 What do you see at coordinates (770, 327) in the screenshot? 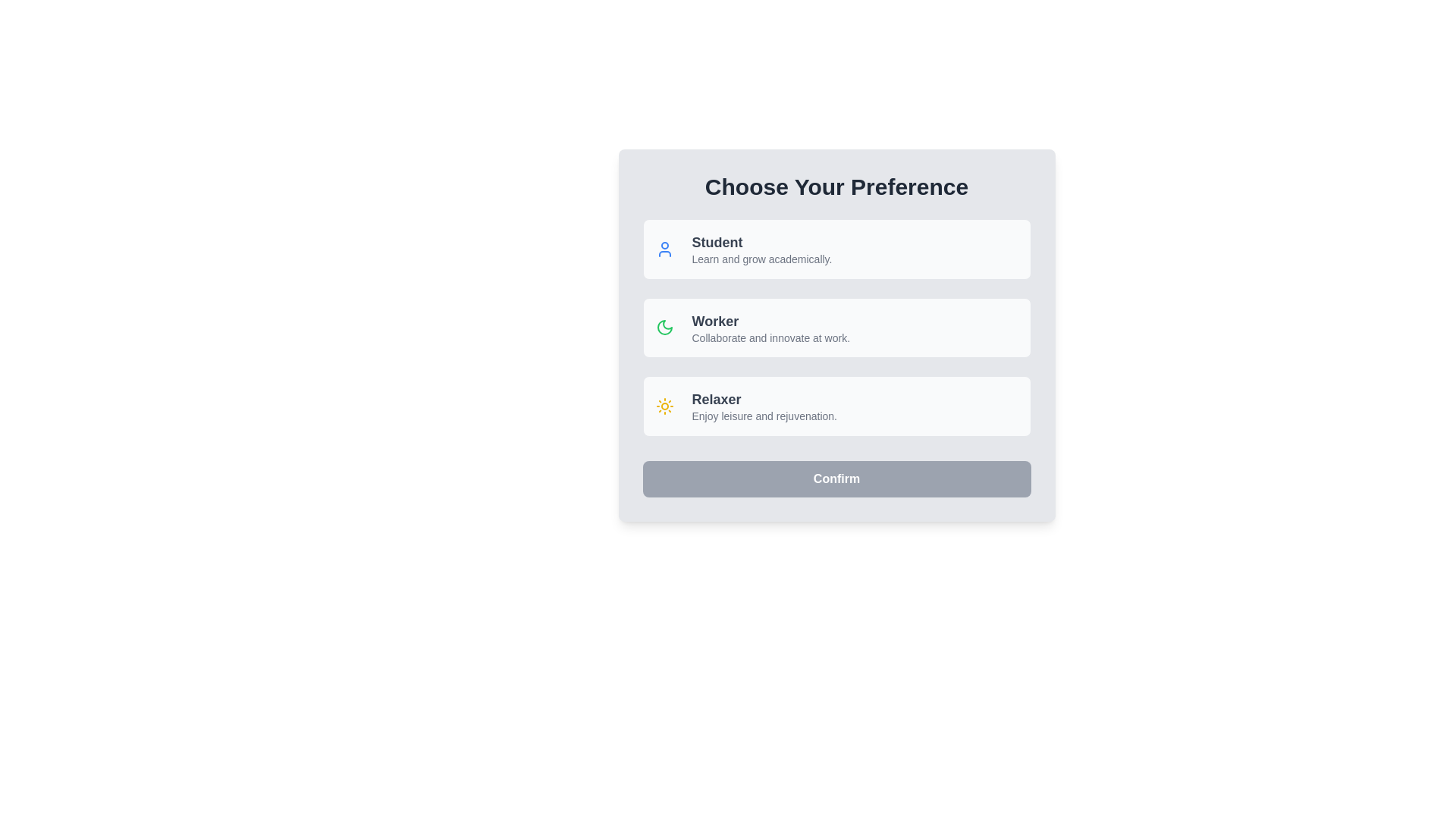
I see `descriptive text label for the 'Worker' option, which is the second choice in a vertical list of options between 'Student' and 'Relaxer.'` at bounding box center [770, 327].